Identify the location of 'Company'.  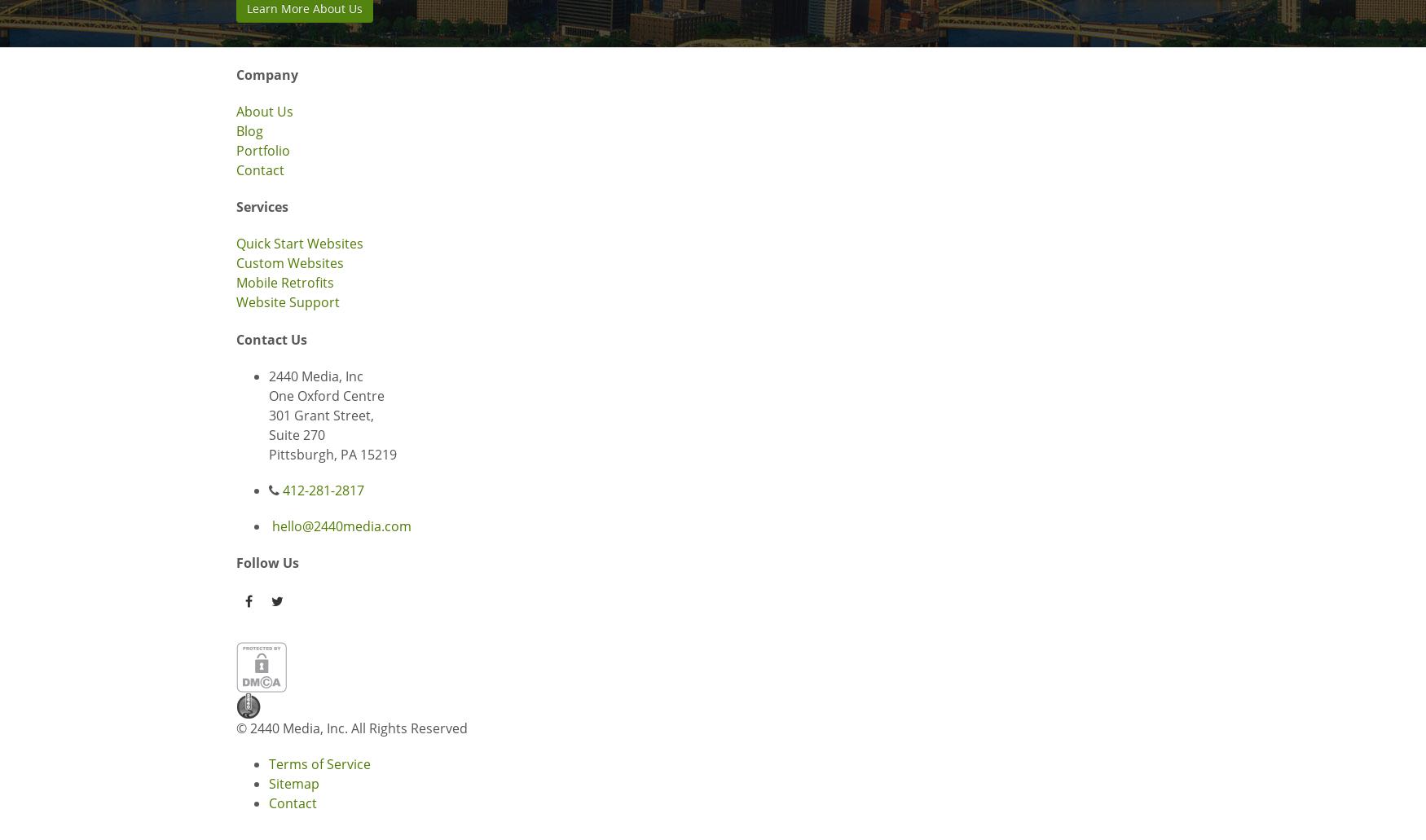
(266, 74).